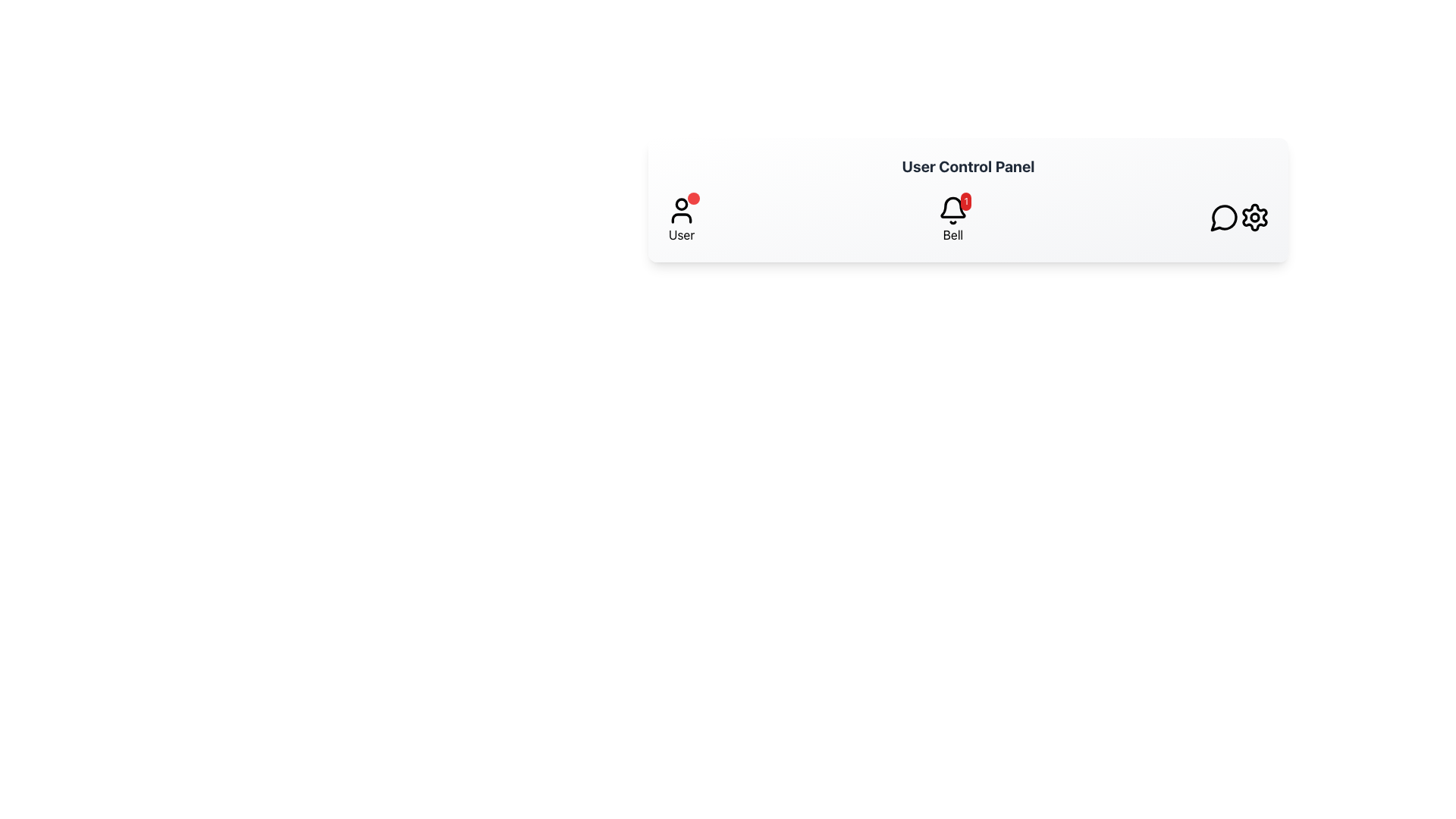 The image size is (1456, 819). Describe the element at coordinates (680, 219) in the screenshot. I see `the user profile icon labeled 'User'` at that location.